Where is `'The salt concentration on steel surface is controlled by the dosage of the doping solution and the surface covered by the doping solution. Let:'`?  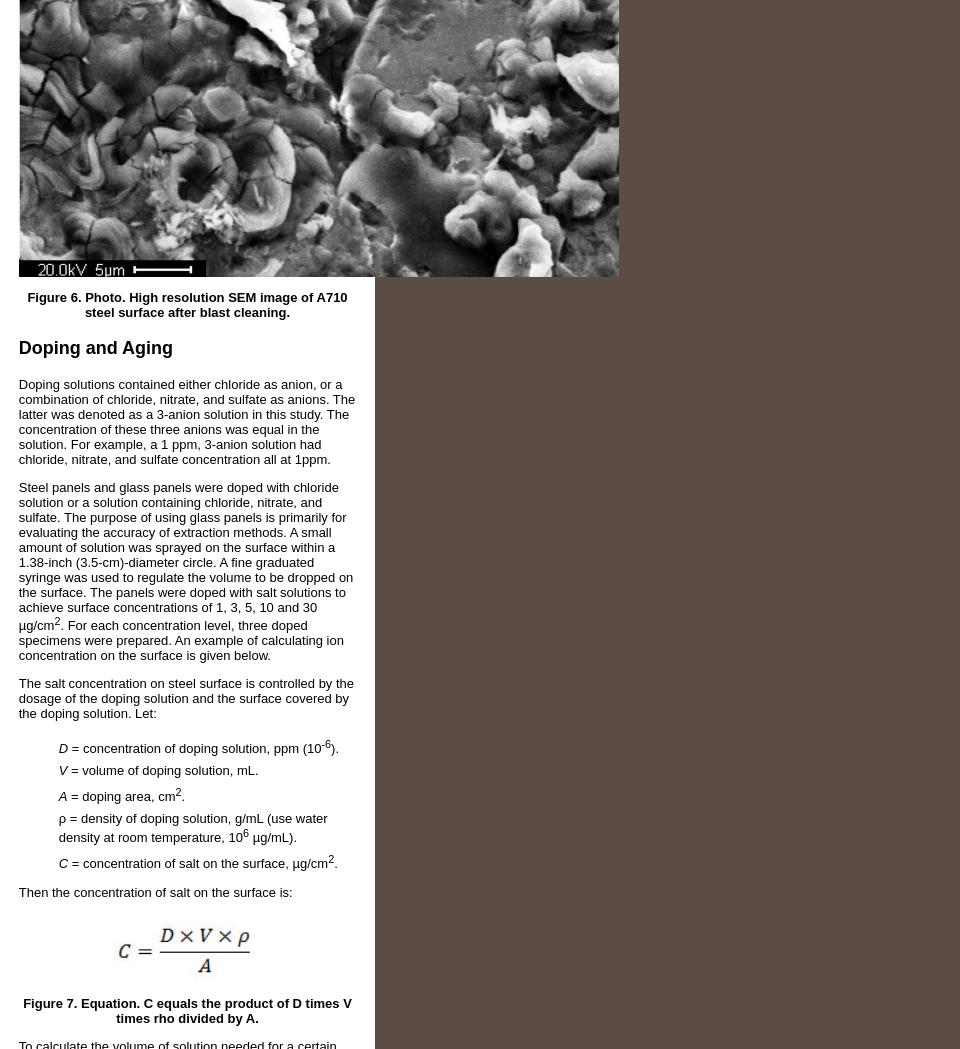 'The salt concentration on steel surface is controlled by the dosage of the doping solution and the surface covered by the doping solution. Let:' is located at coordinates (186, 698).